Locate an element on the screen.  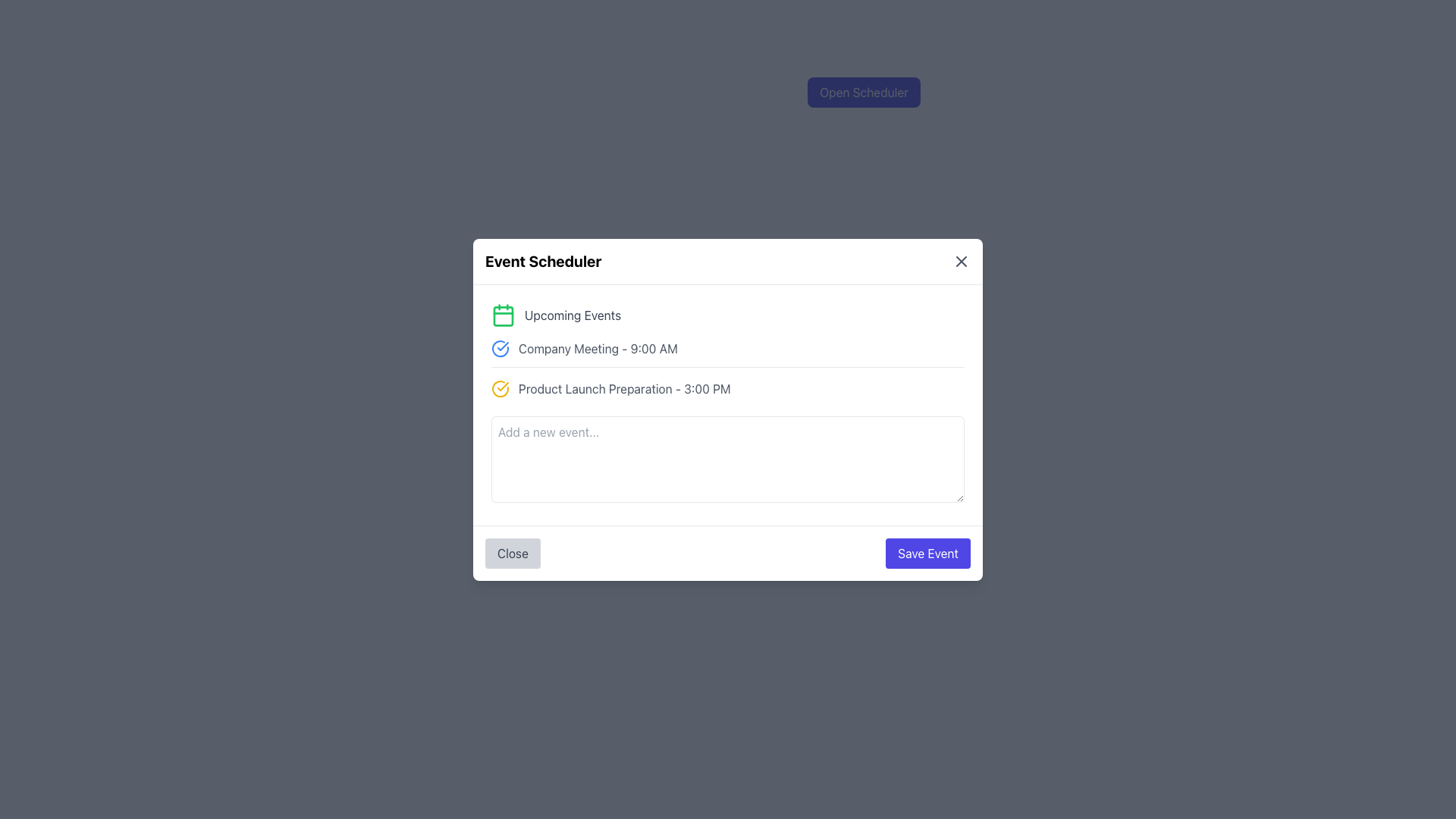
the close button located in the top-right corner of the Event Scheduler dialog box is located at coordinates (960, 259).